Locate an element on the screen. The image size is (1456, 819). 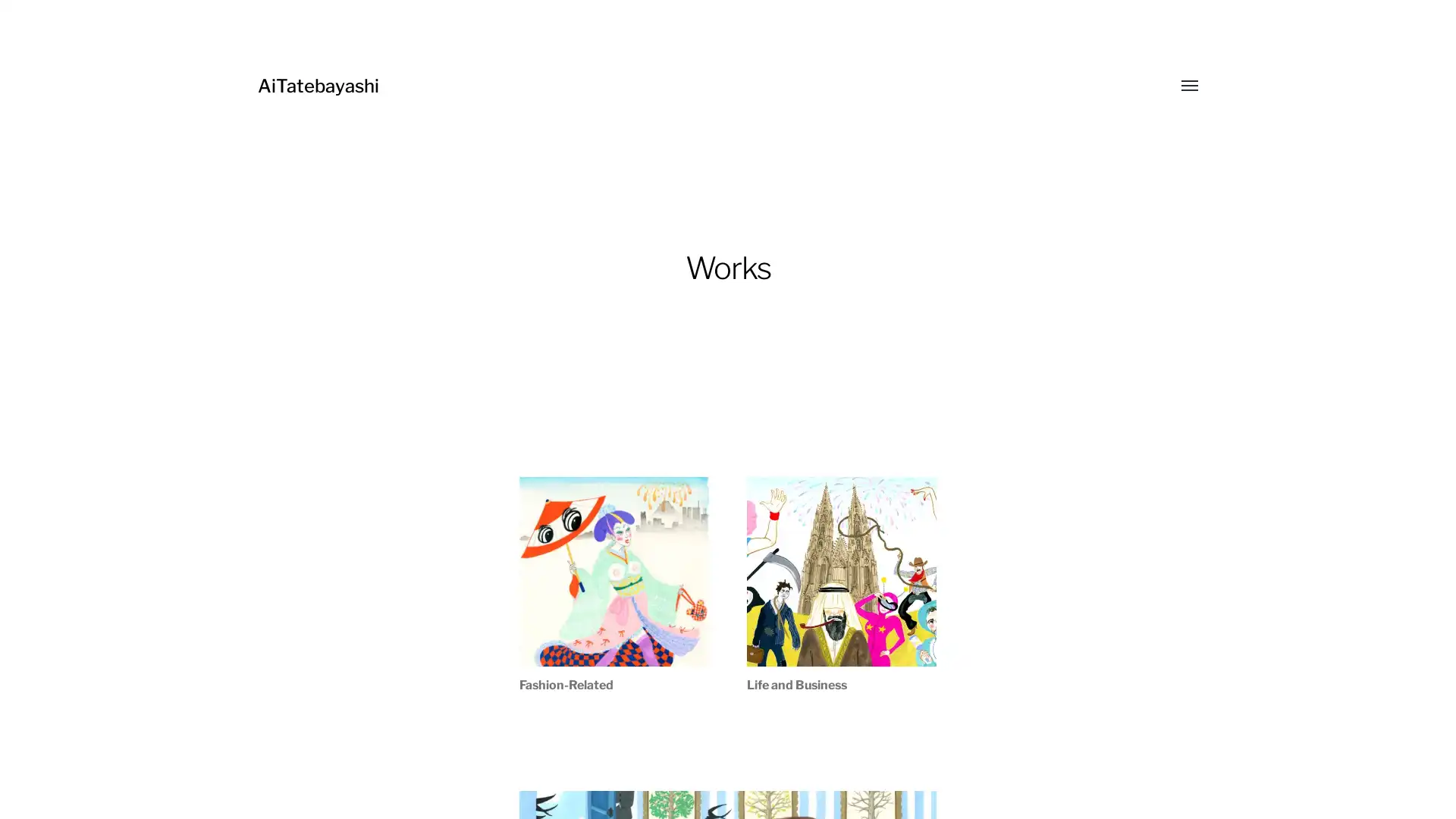
Toggle menu is located at coordinates (1178, 86).